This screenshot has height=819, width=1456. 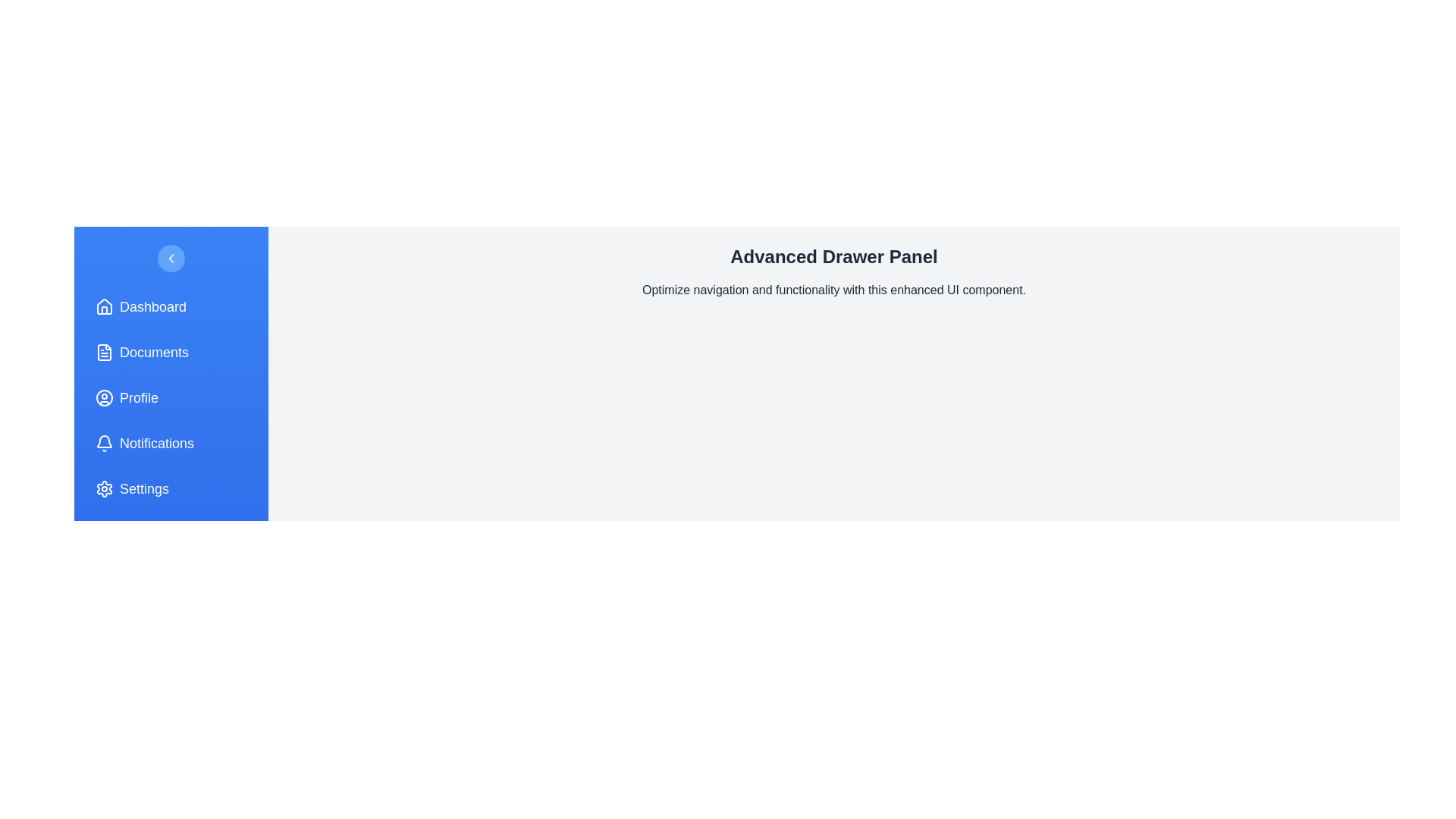 I want to click on the menu item labeled Profile, so click(x=171, y=397).